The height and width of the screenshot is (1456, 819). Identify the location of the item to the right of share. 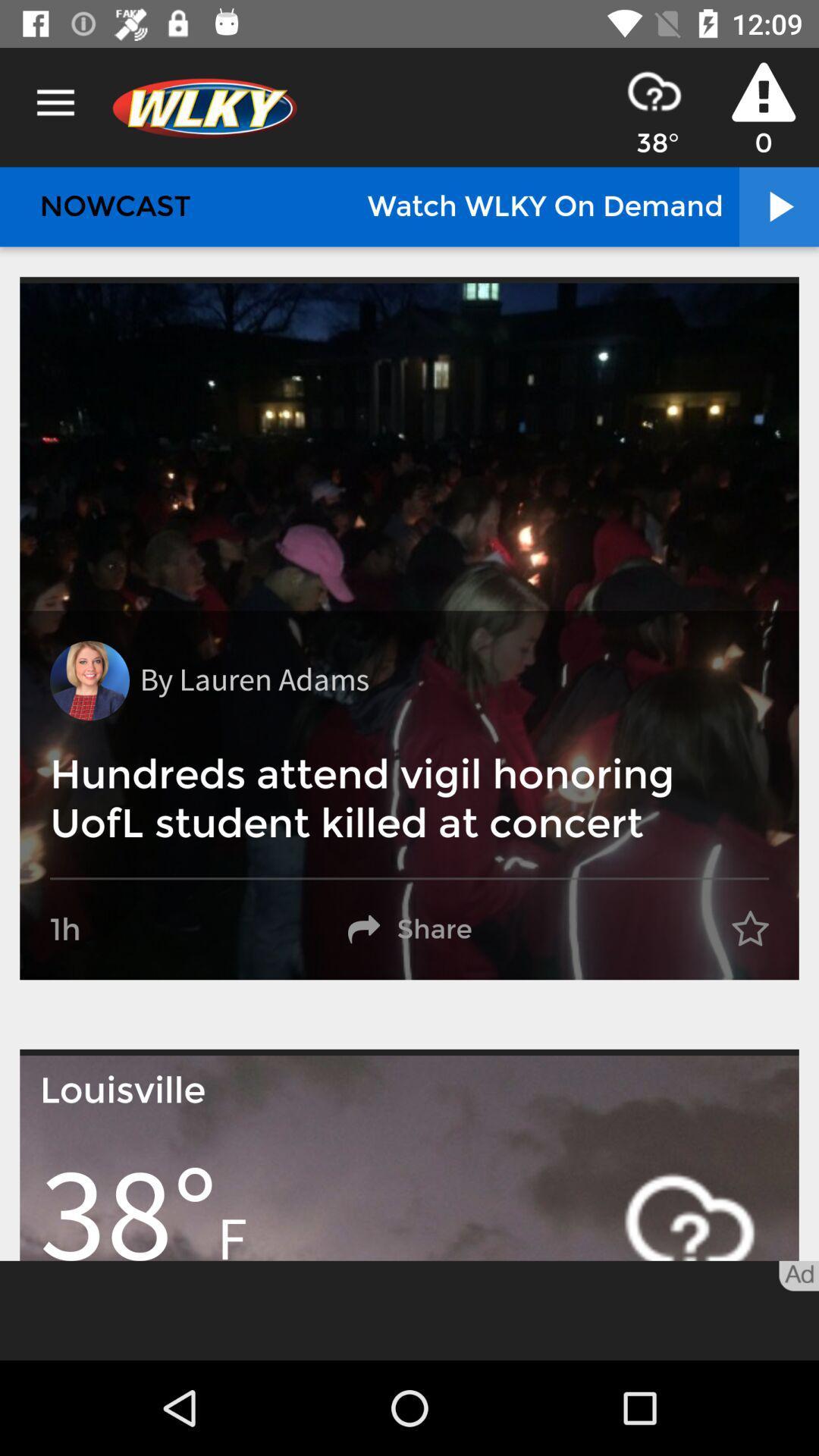
(749, 929).